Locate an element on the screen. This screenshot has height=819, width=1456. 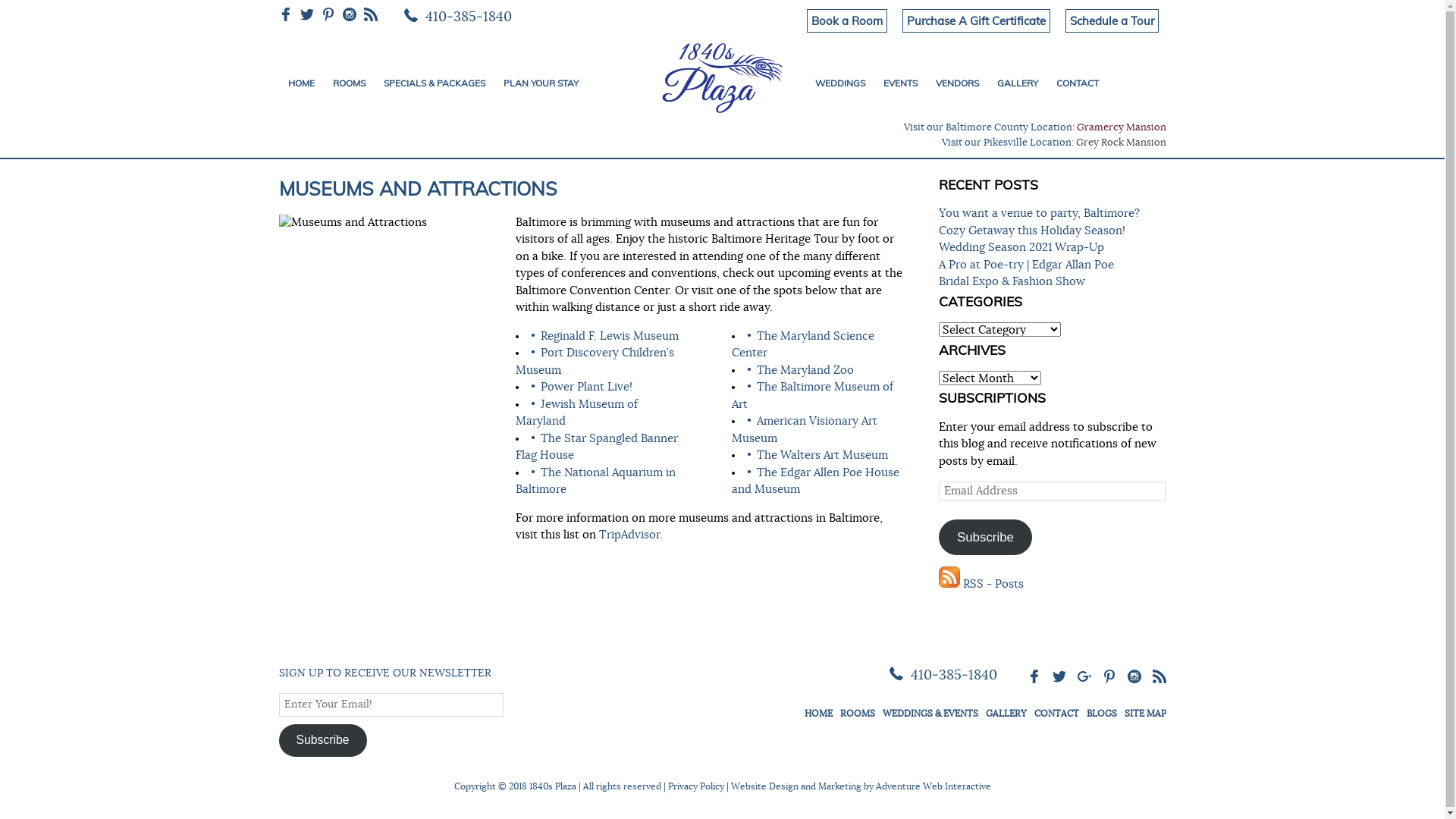
'Wedding Season 2021 Wrap-Up' is located at coordinates (1021, 246).